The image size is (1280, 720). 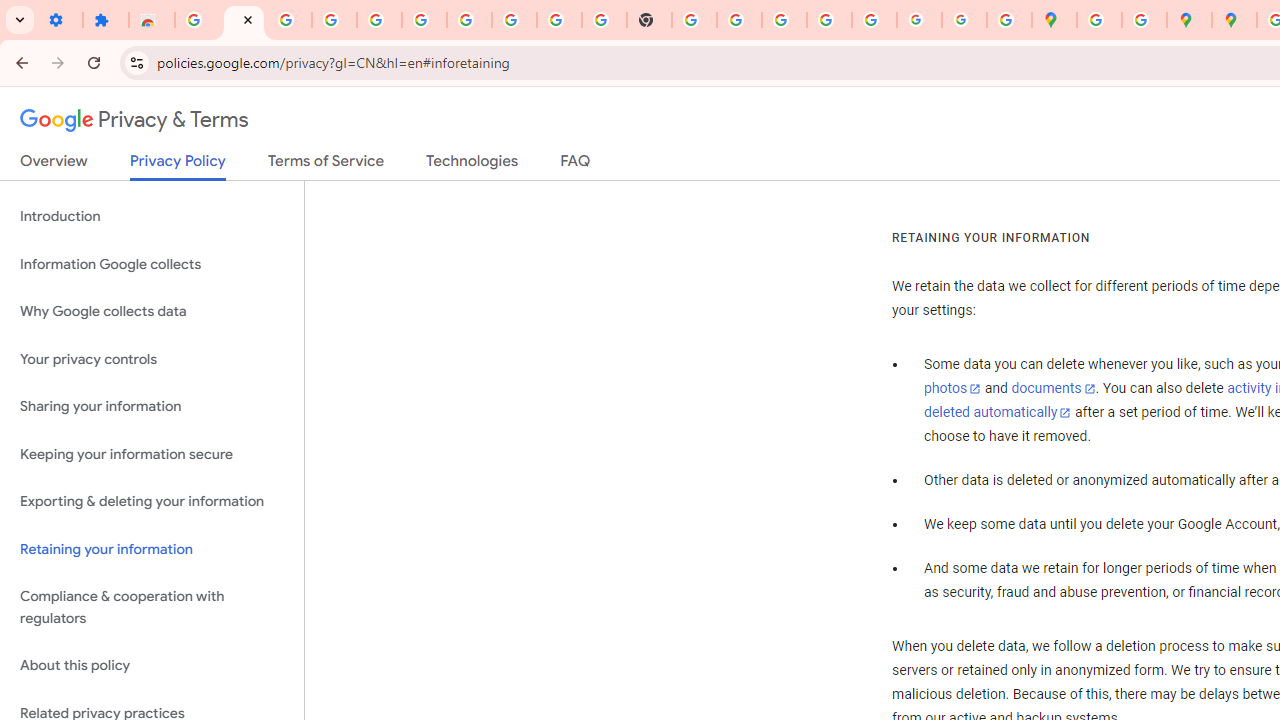 What do you see at coordinates (198, 20) in the screenshot?
I see `'Sign in - Google Accounts'` at bounding box center [198, 20].